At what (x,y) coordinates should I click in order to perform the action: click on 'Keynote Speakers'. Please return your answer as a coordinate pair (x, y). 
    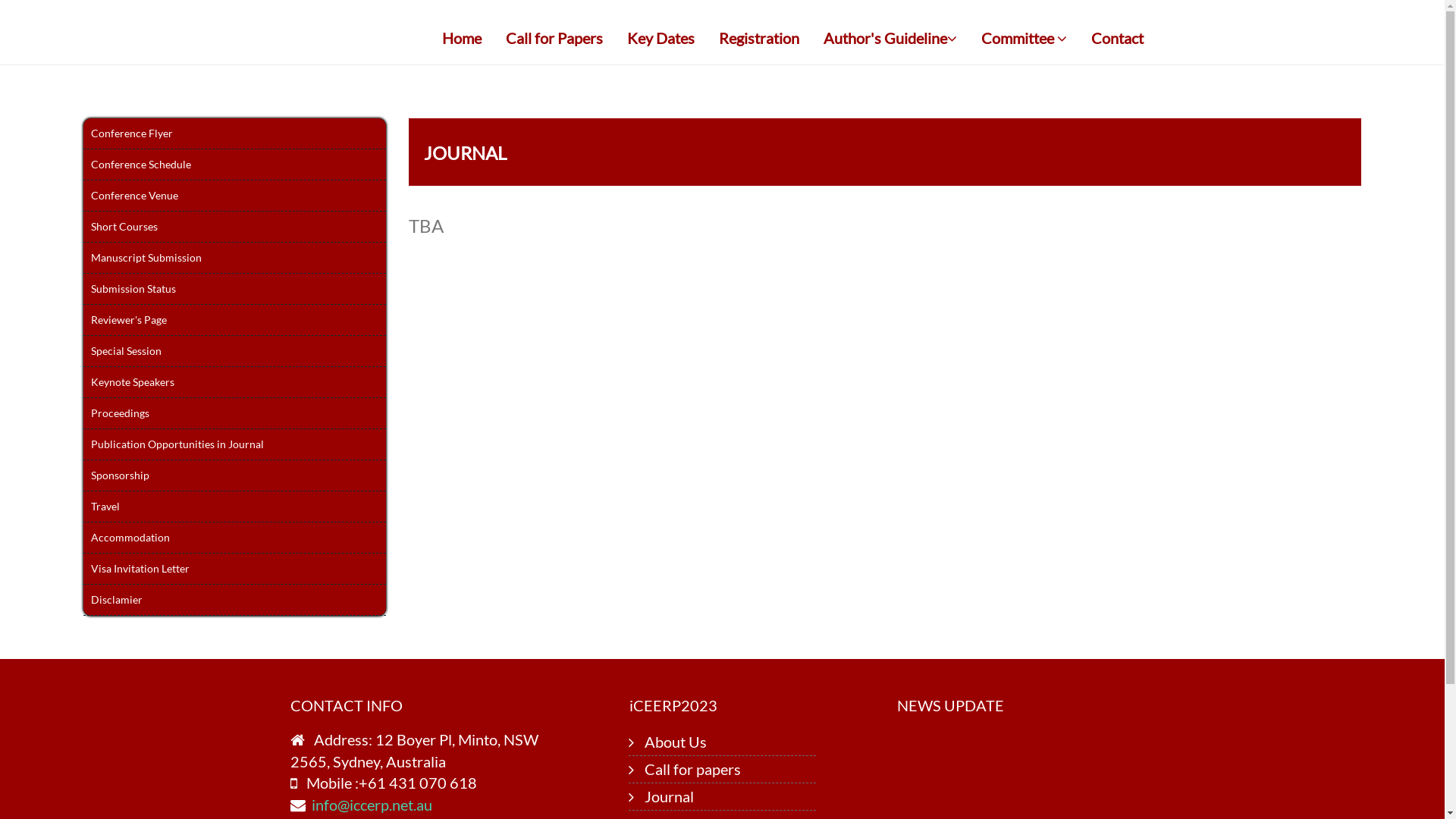
    Looking at the image, I should click on (234, 381).